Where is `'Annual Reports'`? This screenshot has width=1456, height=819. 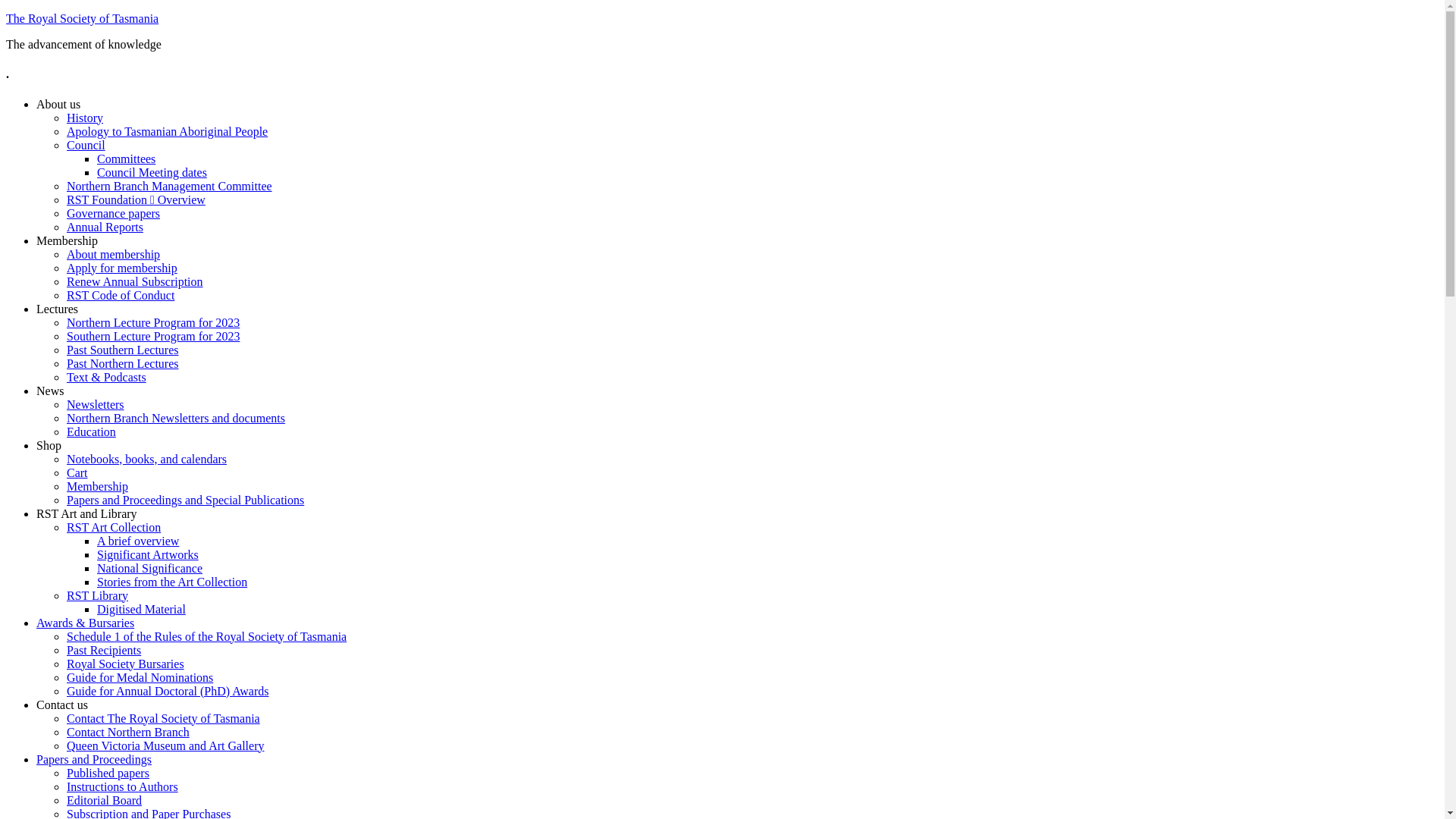 'Annual Reports' is located at coordinates (104, 227).